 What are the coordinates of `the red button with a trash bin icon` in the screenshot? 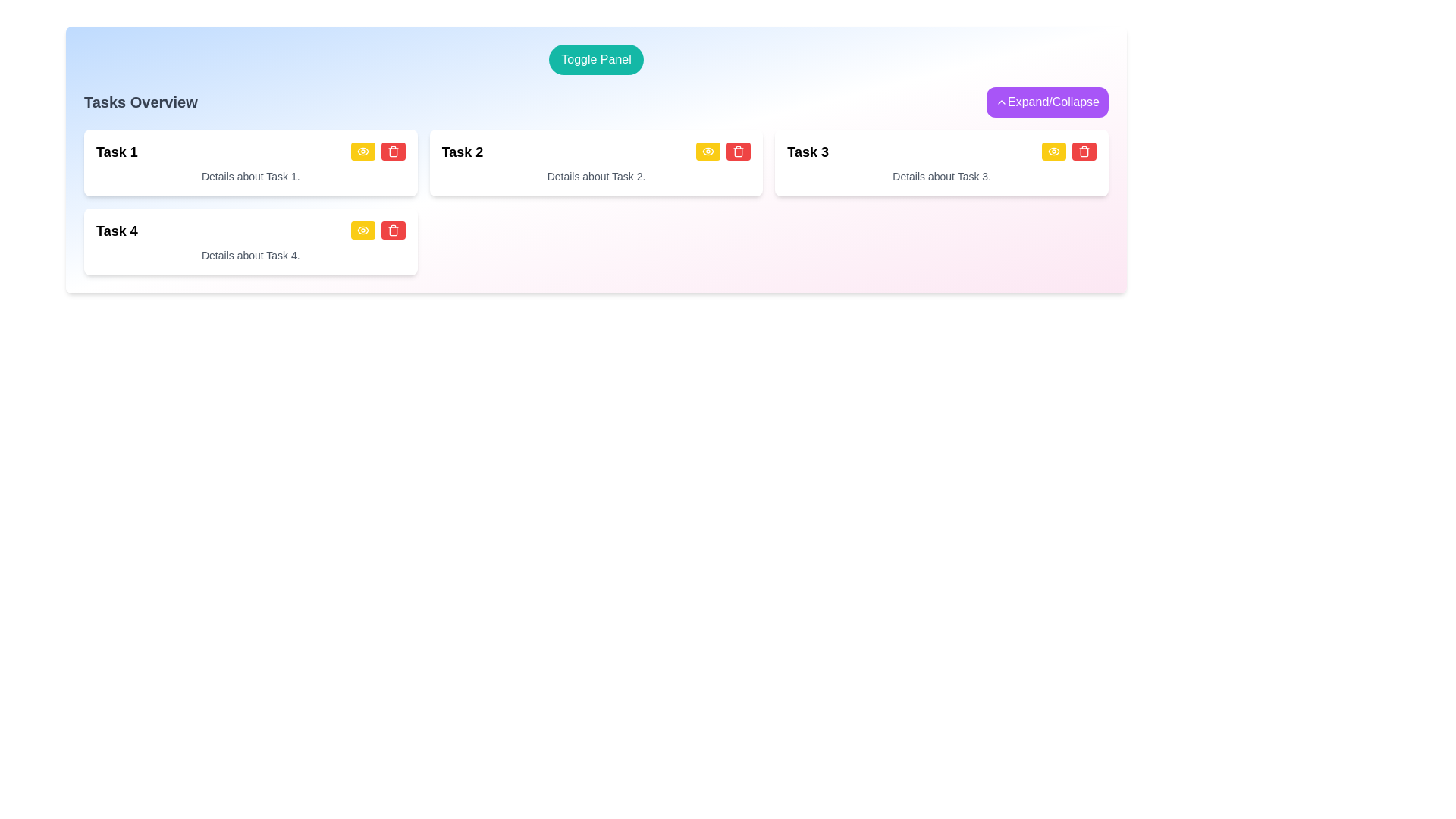 It's located at (1084, 151).